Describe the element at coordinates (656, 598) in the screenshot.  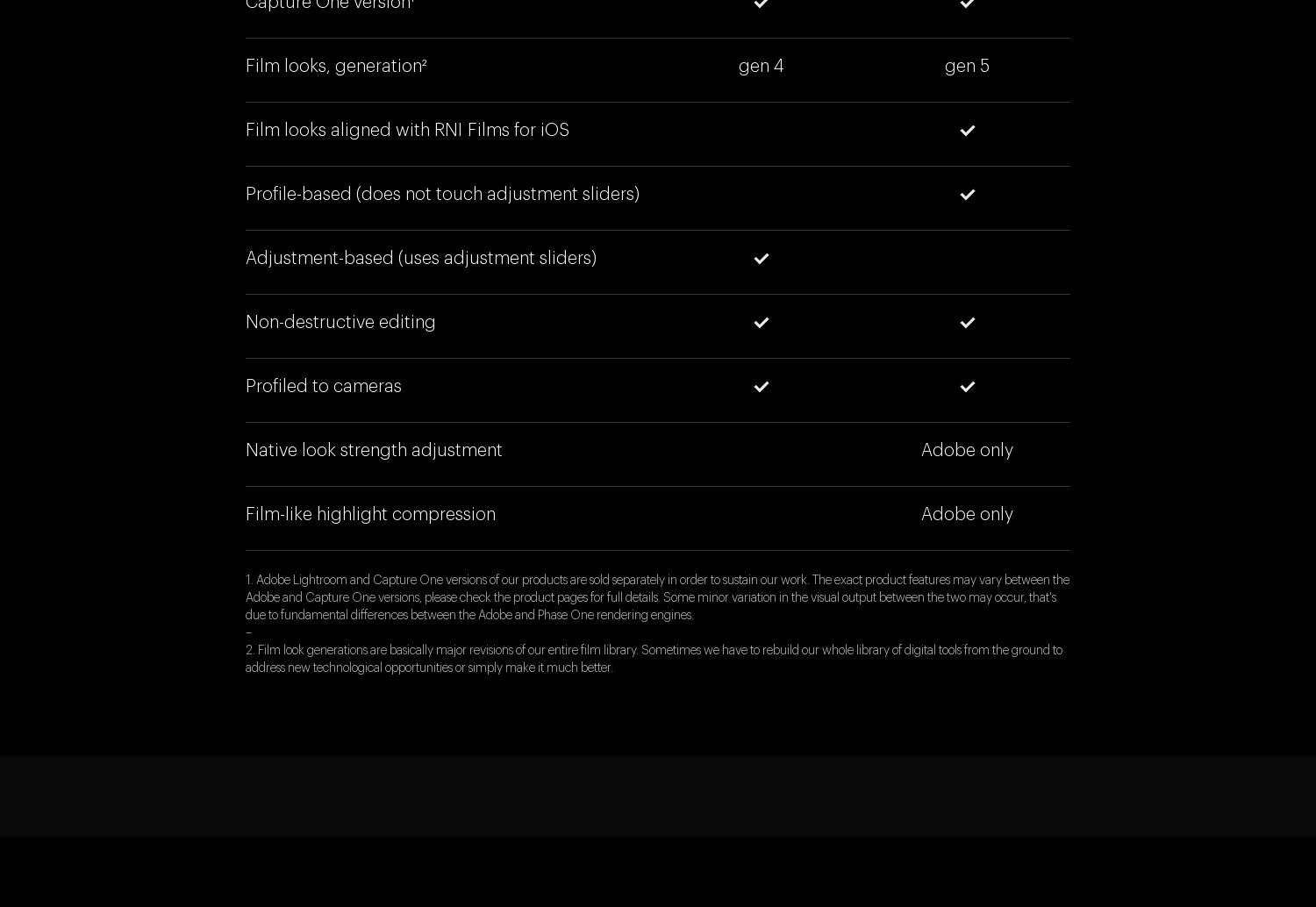
I see `'1. Adobe Lightroom and Capture One versions of our products are sold separately in order to sustain our work. The exact product features may vary between the Adobe and Capture One versions, please check the product pages for full details. Some minor variation in the visual output between the two may occur, that's due to fundamental differences between the Adobe and Phase One rendering engines.'` at that location.